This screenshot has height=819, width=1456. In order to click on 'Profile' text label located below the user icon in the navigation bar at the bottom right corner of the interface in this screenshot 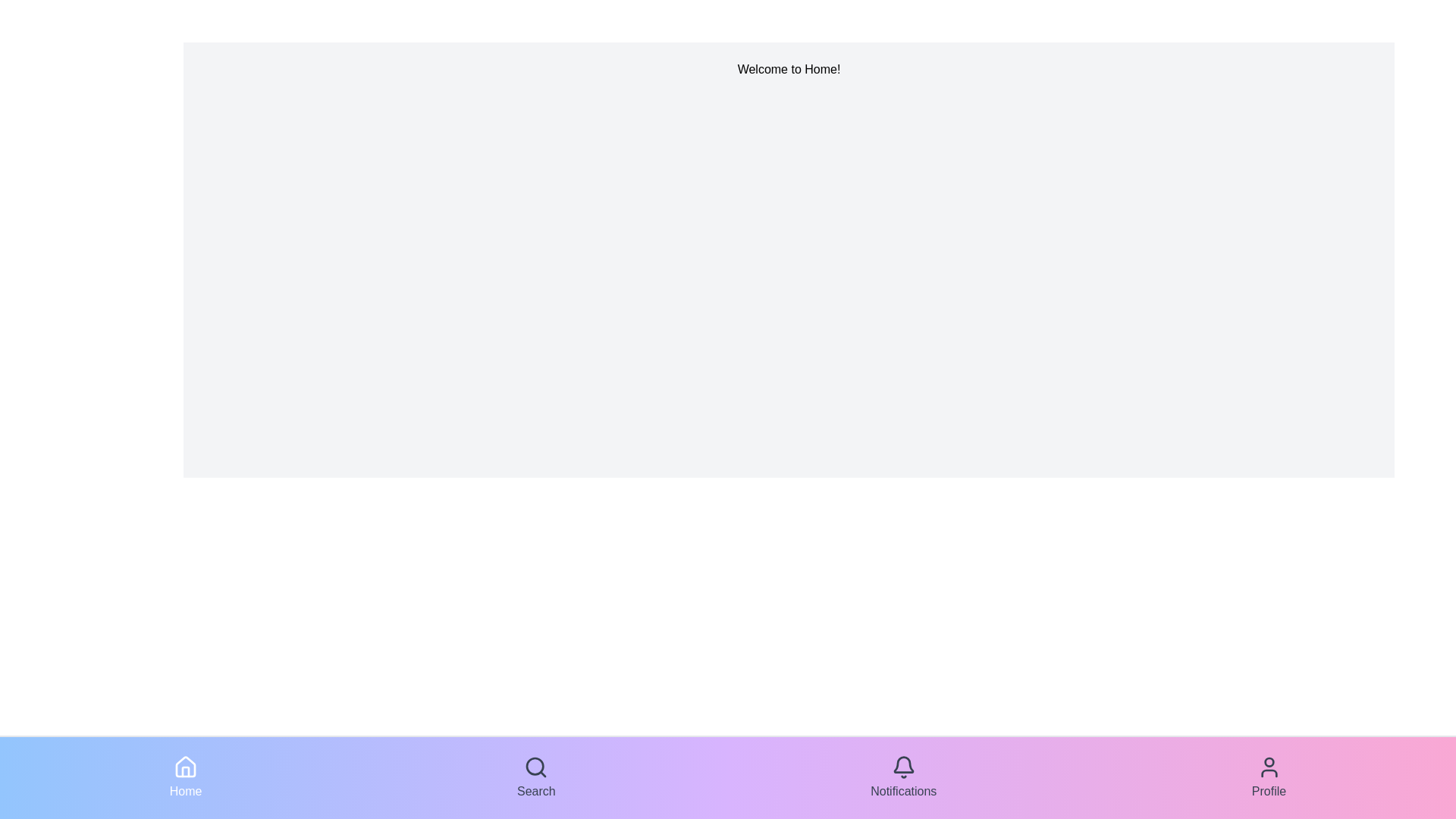, I will do `click(1269, 791)`.